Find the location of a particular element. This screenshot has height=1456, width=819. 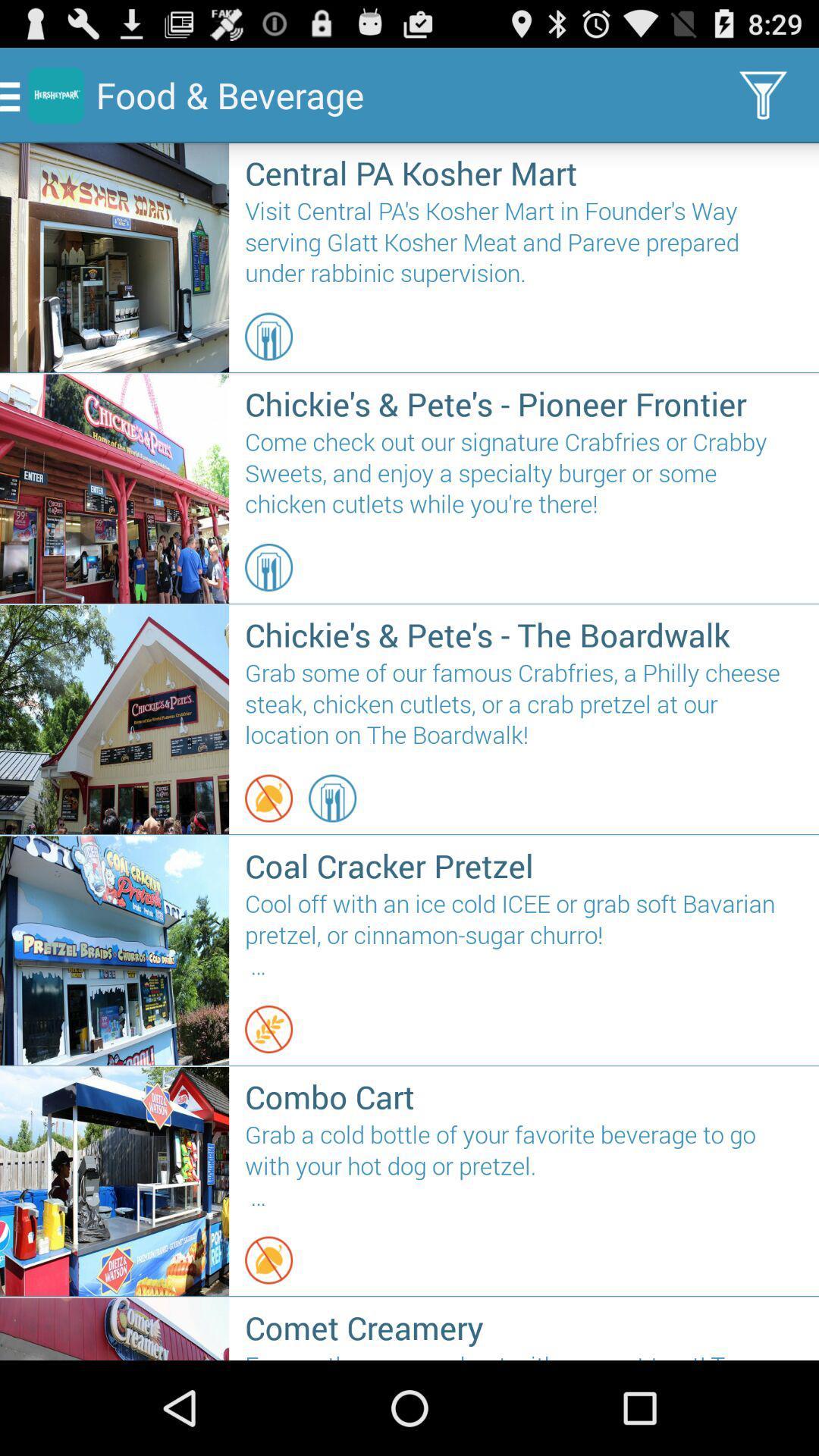

icon above the central pa kosher is located at coordinates (763, 94).